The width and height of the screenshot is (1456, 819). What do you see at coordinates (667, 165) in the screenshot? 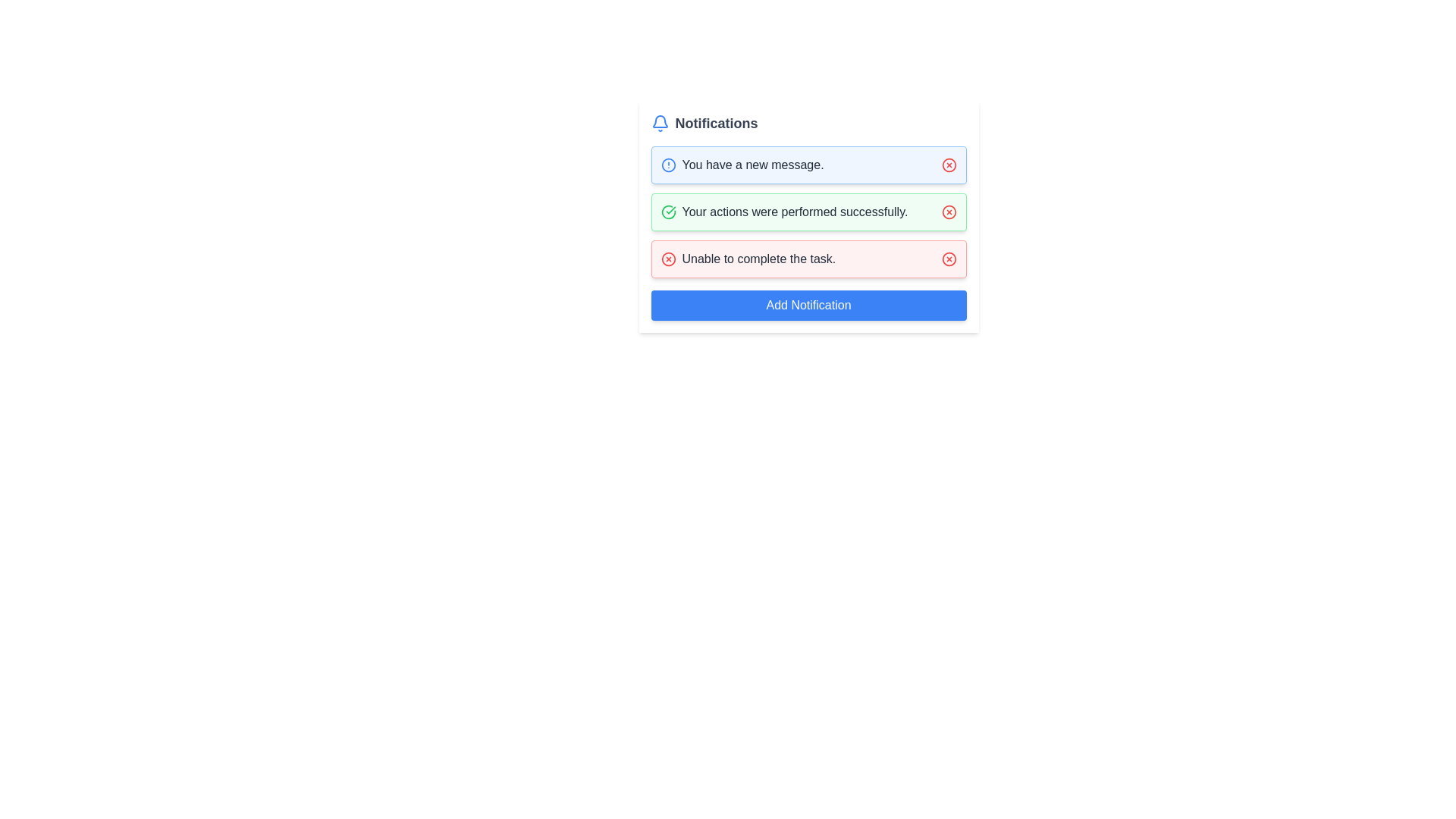
I see `Circular icon located in the topmost notification entry of the notification panel for additional information` at bounding box center [667, 165].